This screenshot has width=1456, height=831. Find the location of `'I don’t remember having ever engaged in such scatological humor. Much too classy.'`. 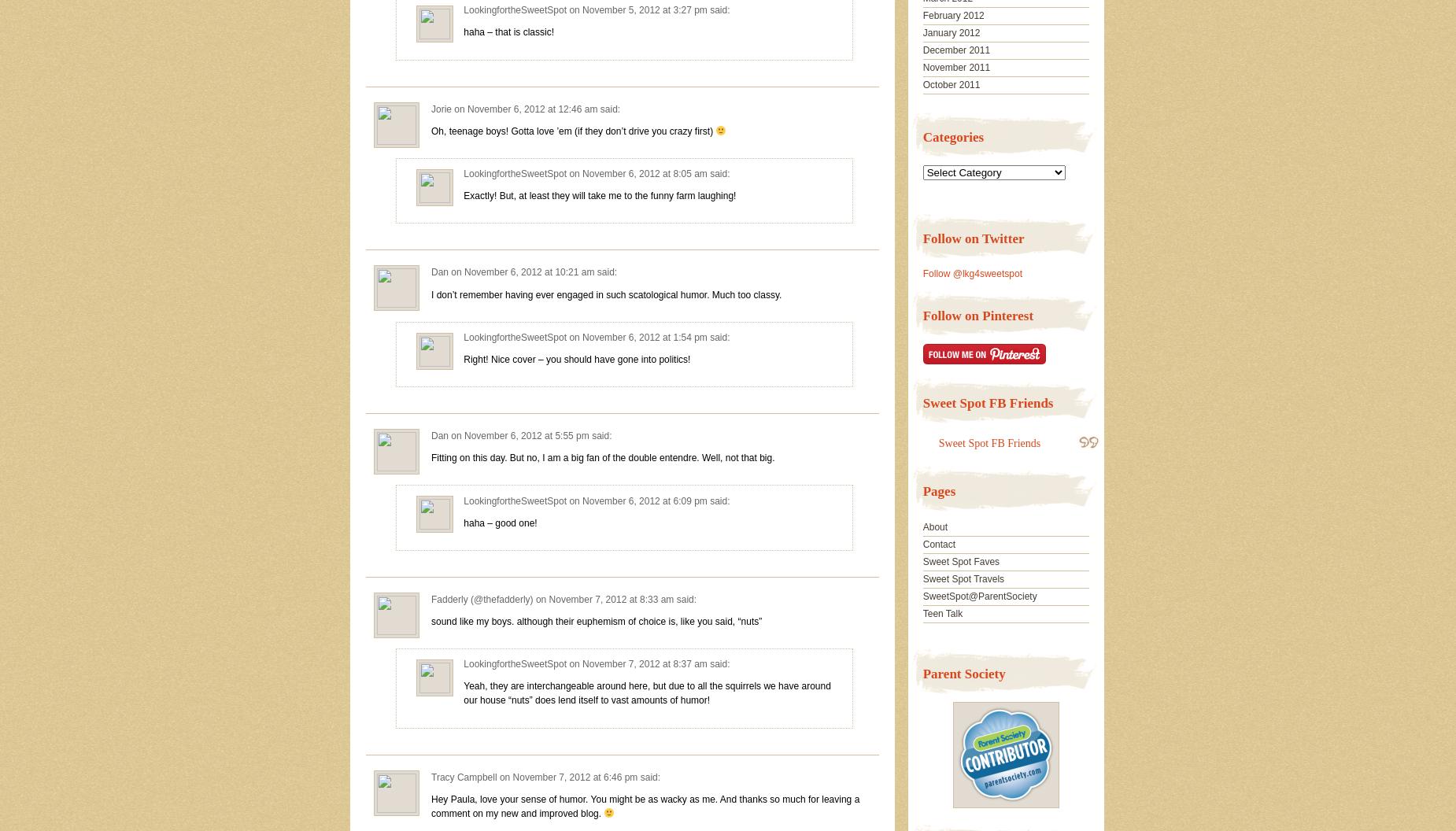

'I don’t remember having ever engaged in such scatological humor. Much too classy.' is located at coordinates (606, 294).